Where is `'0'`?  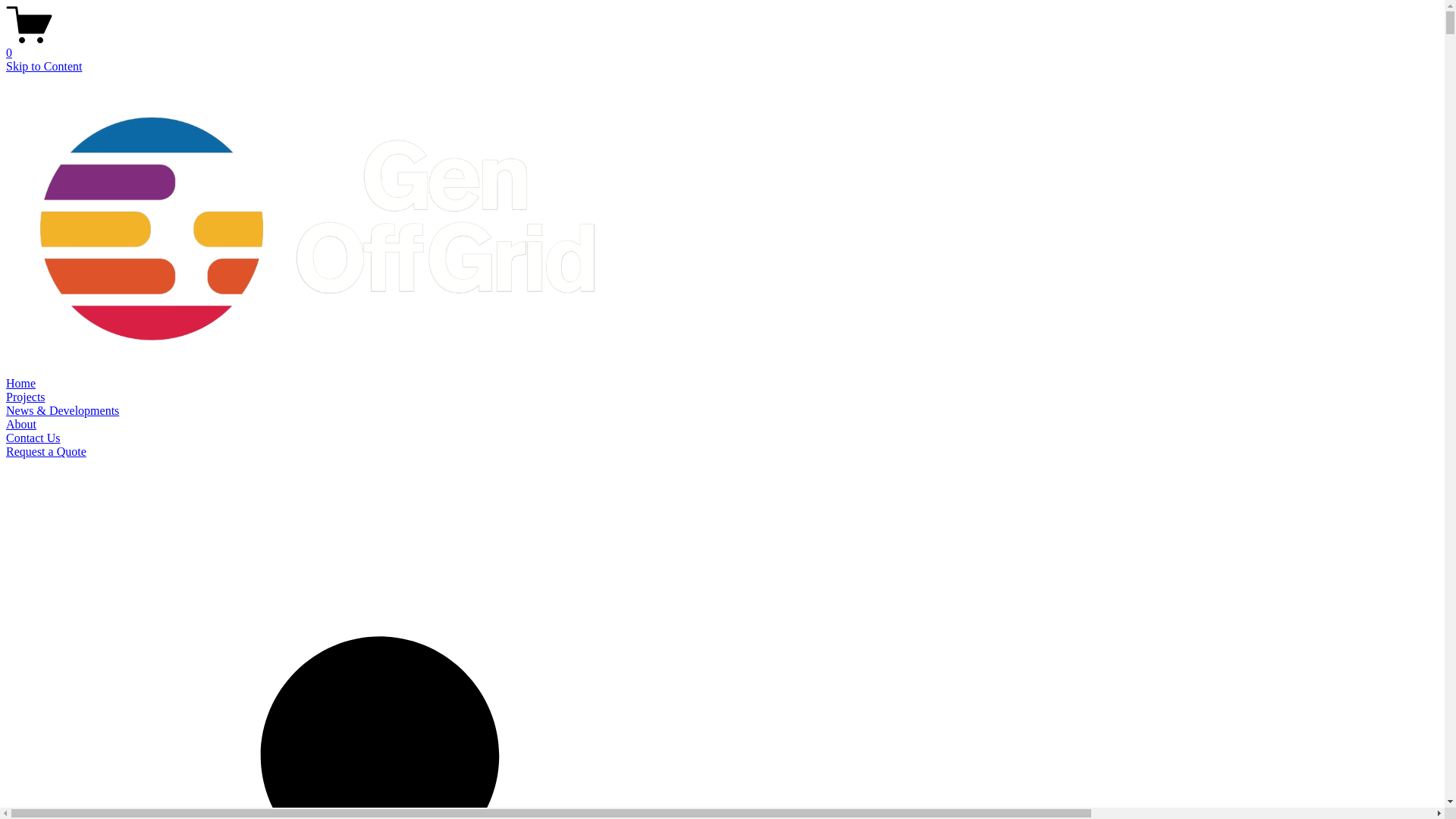 '0' is located at coordinates (721, 45).